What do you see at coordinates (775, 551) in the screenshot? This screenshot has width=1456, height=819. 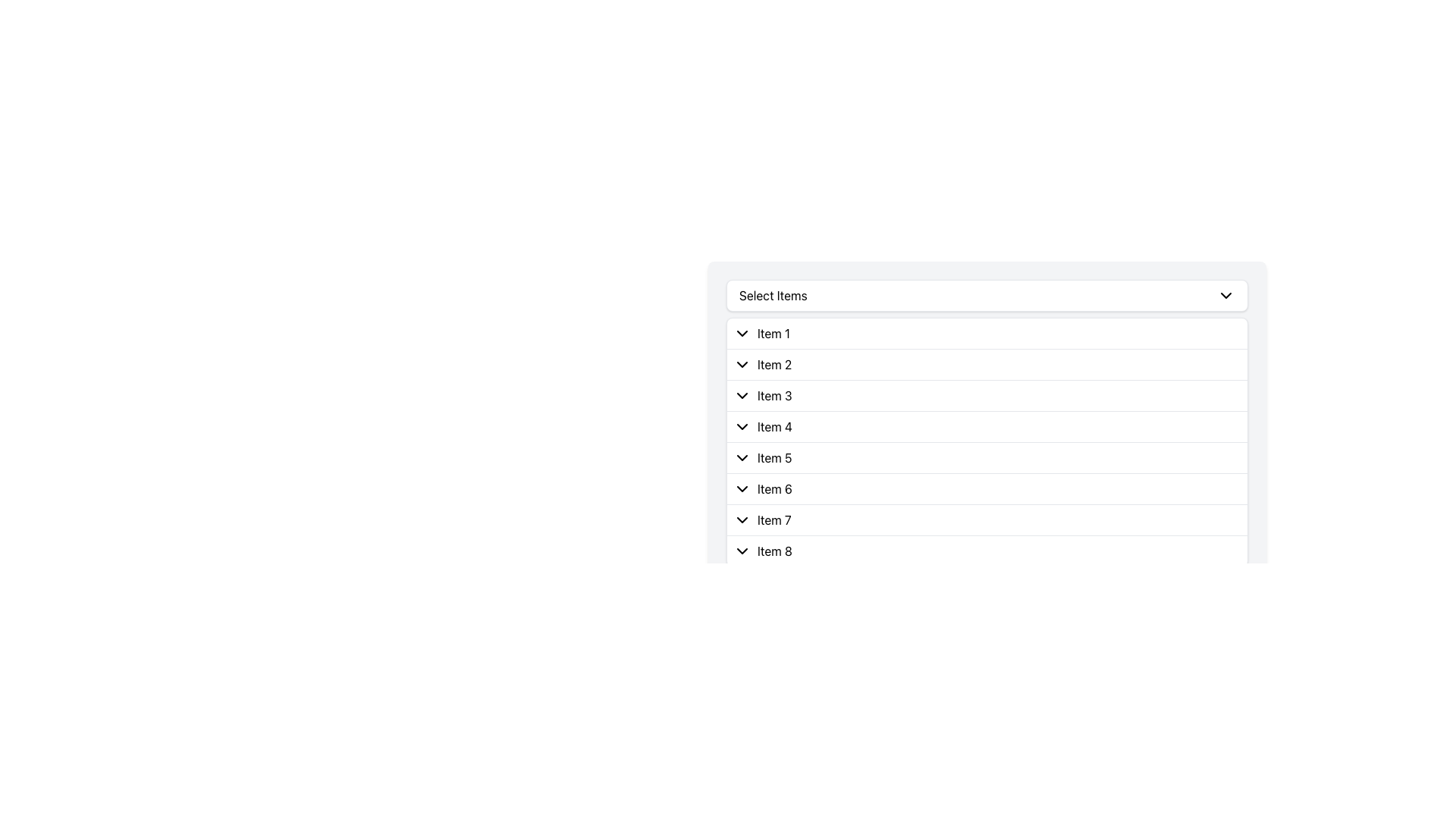 I see `the 'Item 8' text label in the dropdown menu for selection` at bounding box center [775, 551].